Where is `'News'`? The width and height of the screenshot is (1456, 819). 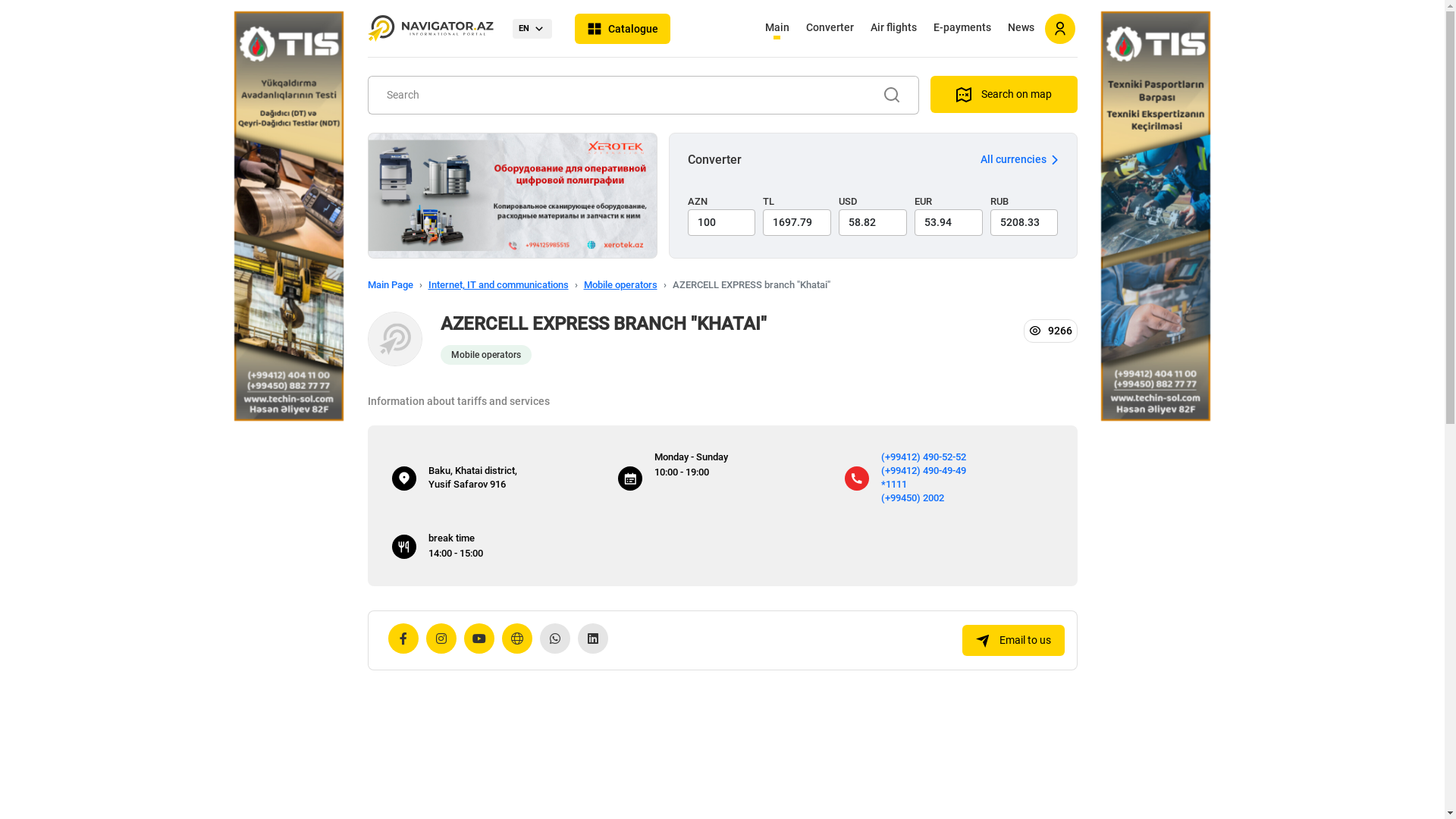 'News' is located at coordinates (1001, 29).